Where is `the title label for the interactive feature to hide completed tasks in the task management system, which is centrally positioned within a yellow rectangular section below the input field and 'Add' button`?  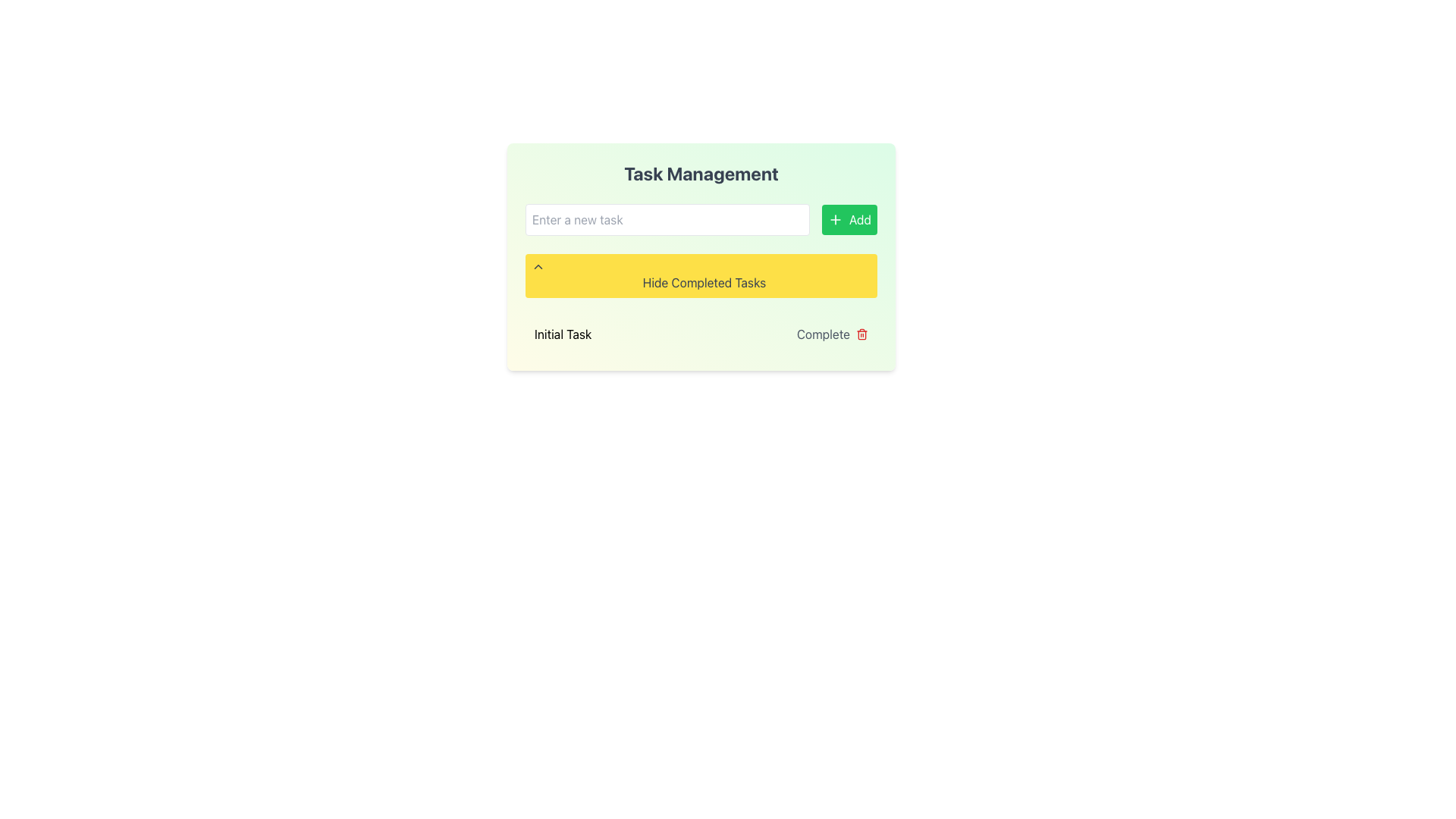 the title label for the interactive feature to hide completed tasks in the task management system, which is centrally positioned within a yellow rectangular section below the input field and 'Add' button is located at coordinates (703, 283).